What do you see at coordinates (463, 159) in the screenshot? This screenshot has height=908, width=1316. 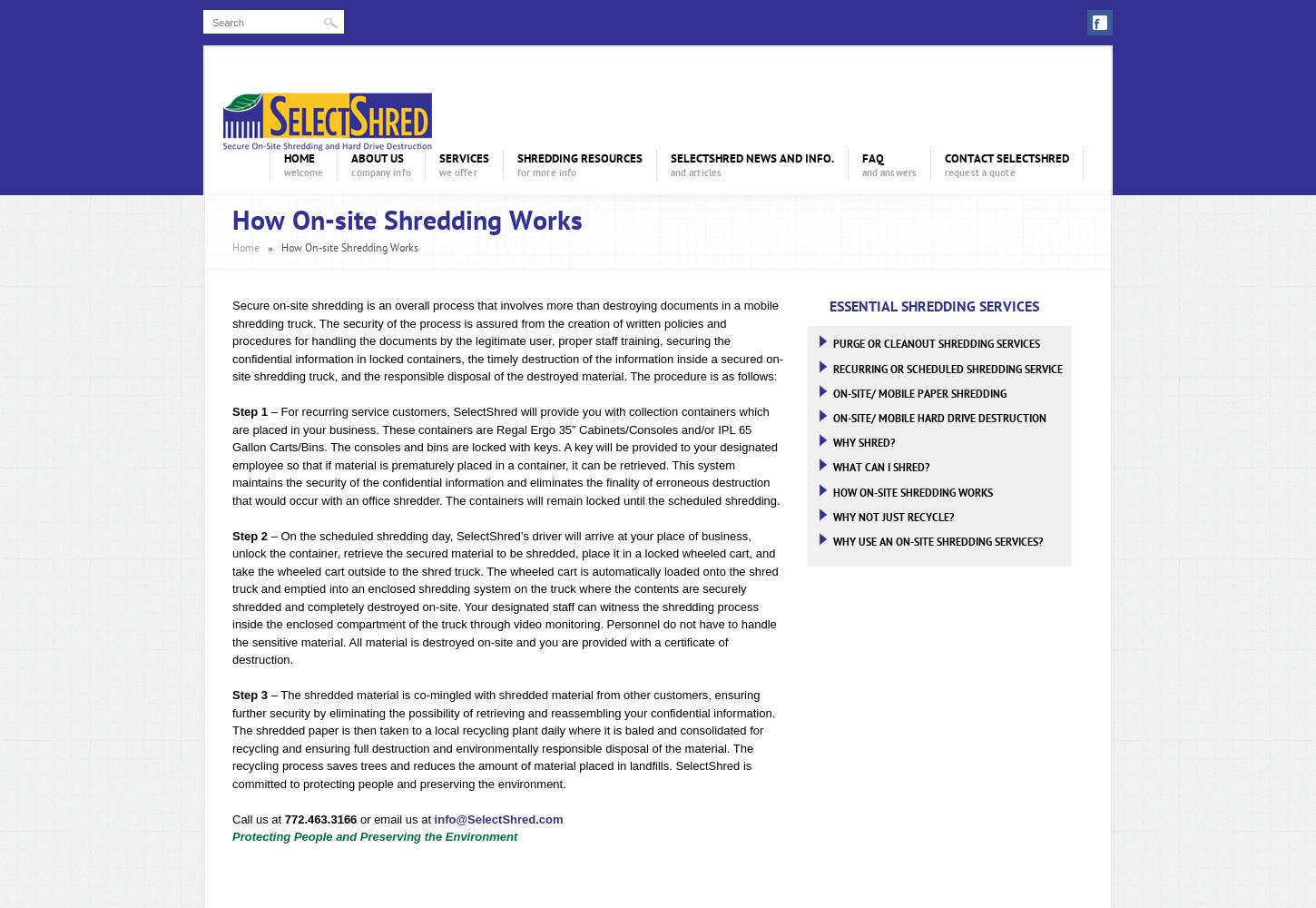 I see `'Services'` at bounding box center [463, 159].